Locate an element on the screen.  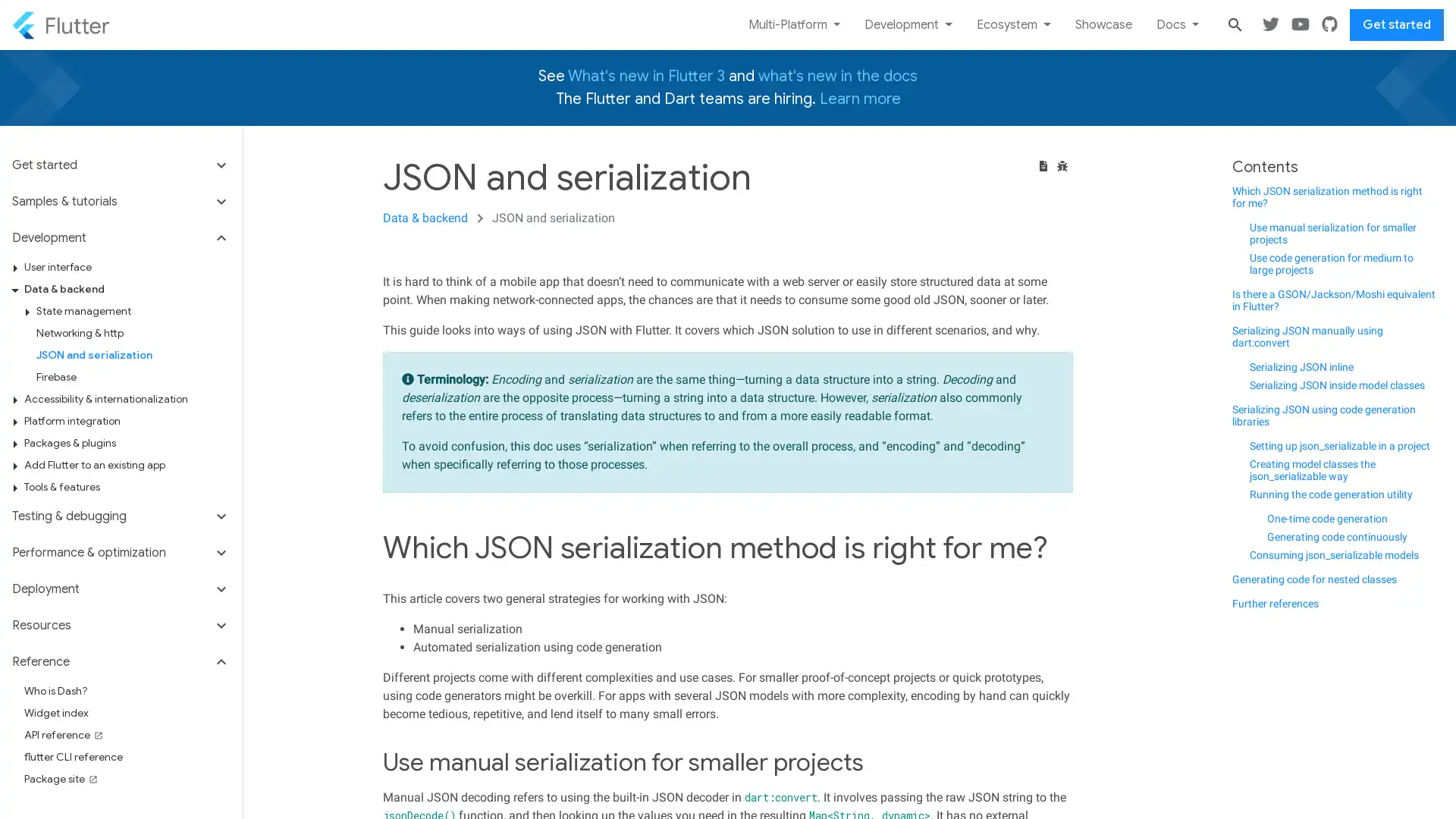
arrow_drop_down User interface is located at coordinates (127, 266).